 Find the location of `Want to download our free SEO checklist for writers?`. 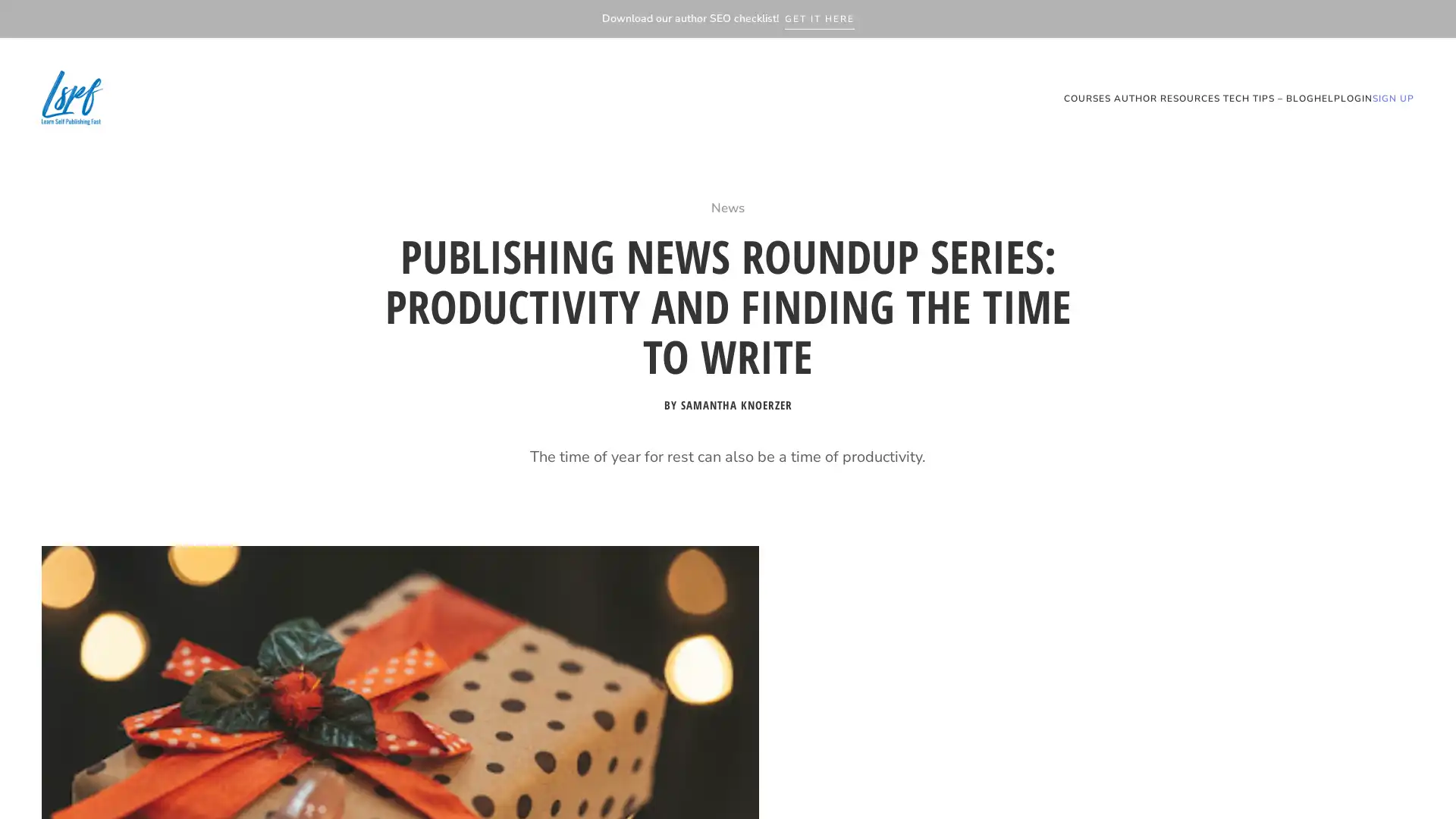

Want to download our free SEO checklist for writers? is located at coordinates (768, 379).